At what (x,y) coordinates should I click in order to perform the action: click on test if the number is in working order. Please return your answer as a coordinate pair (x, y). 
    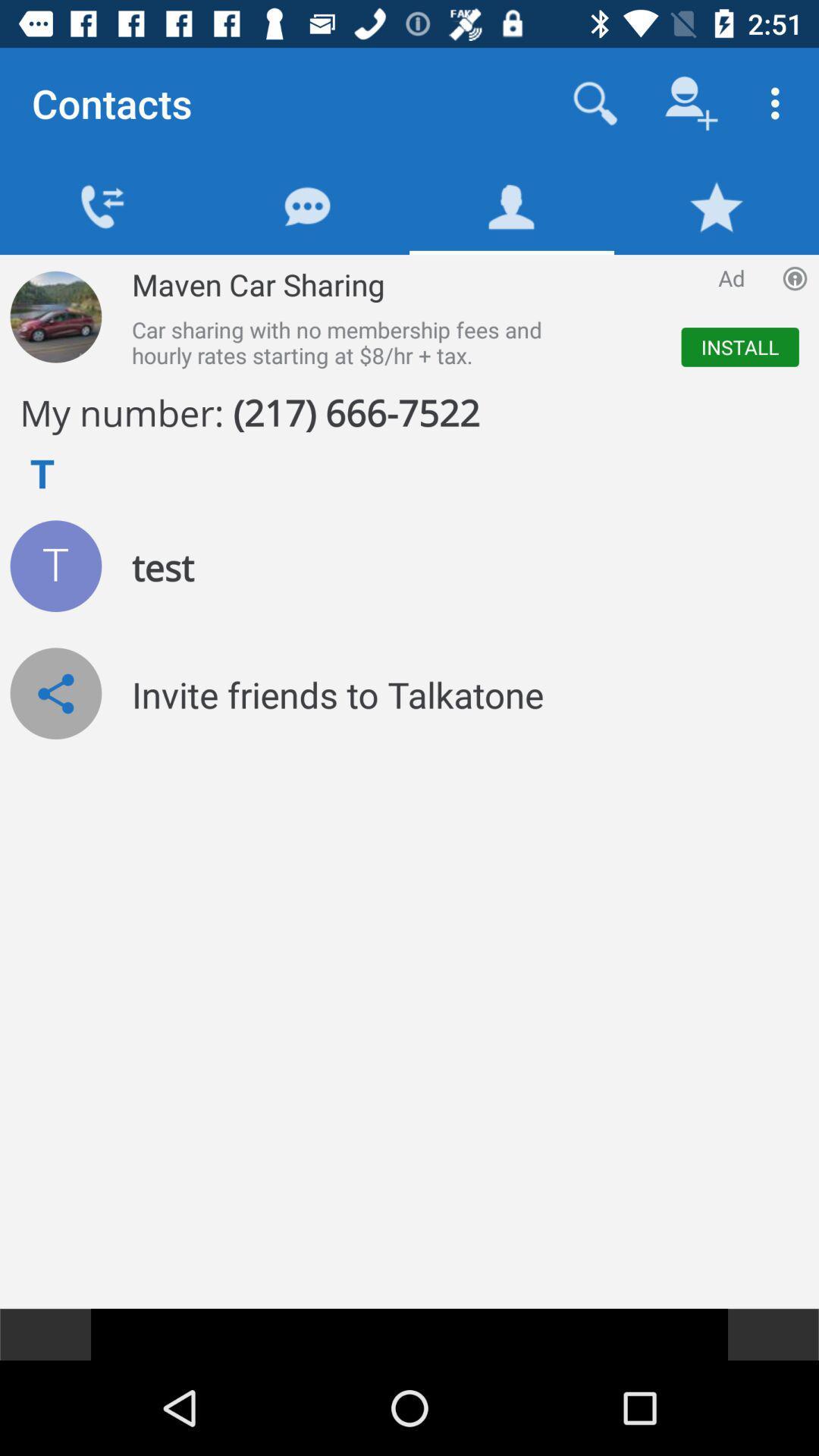
    Looking at the image, I should click on (55, 565).